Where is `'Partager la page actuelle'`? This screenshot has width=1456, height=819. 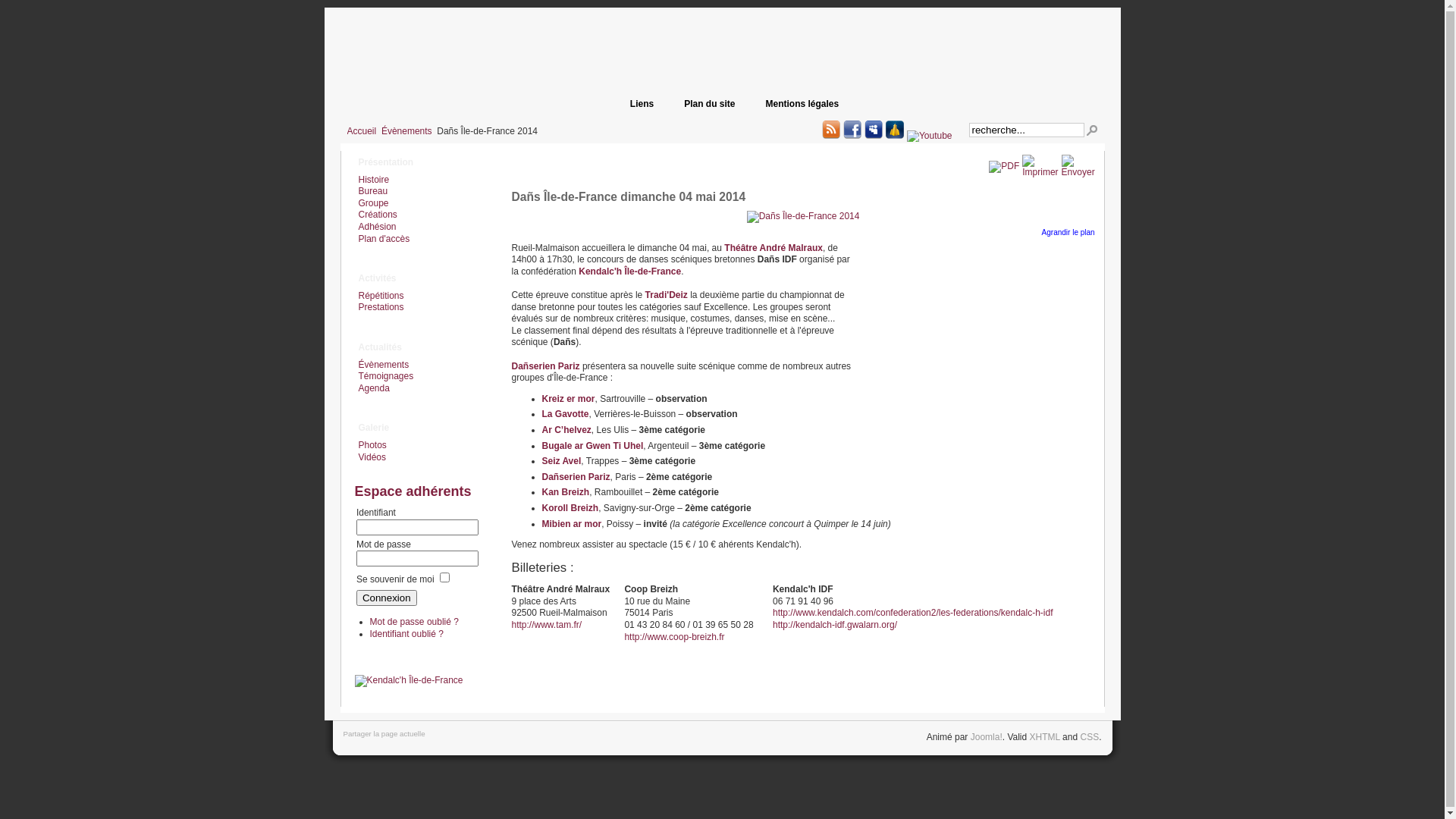 'Partager la page actuelle' is located at coordinates (383, 733).